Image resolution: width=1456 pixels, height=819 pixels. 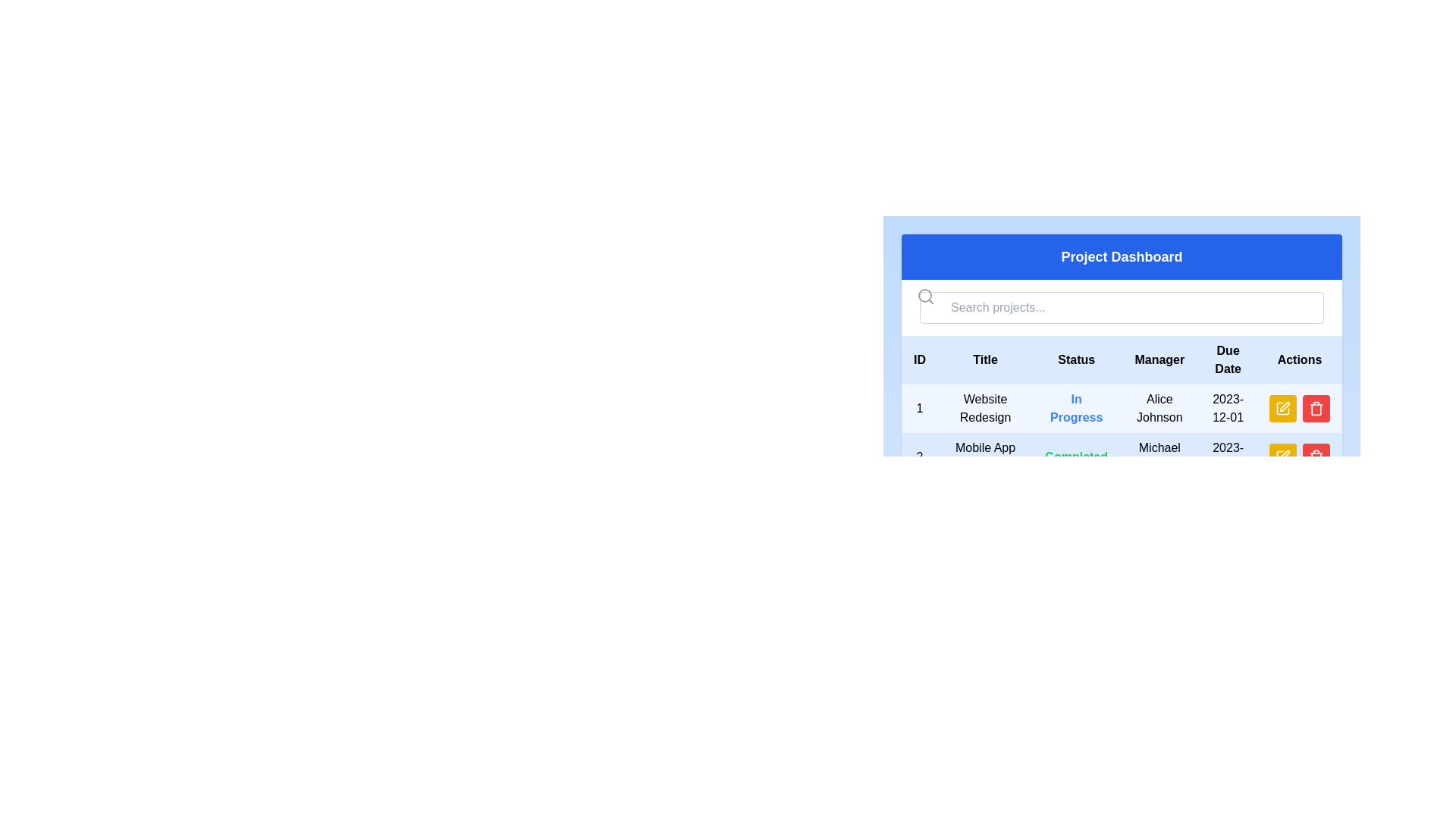 What do you see at coordinates (1075, 359) in the screenshot?
I see `the 'Status' column header in the table, which is the third header in a row of six, positioned between the 'Title' and 'Manager' columns` at bounding box center [1075, 359].